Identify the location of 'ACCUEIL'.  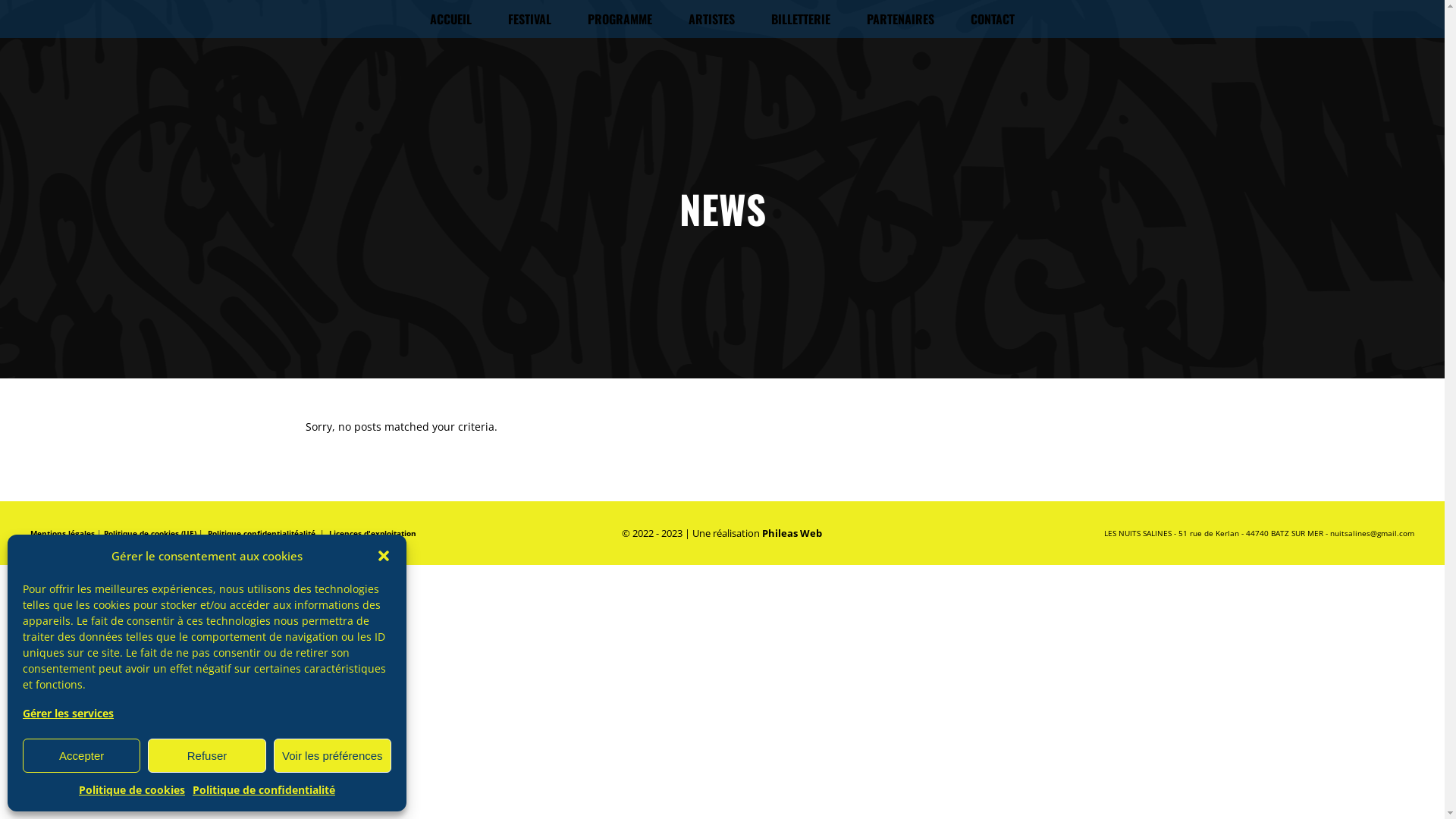
(411, 18).